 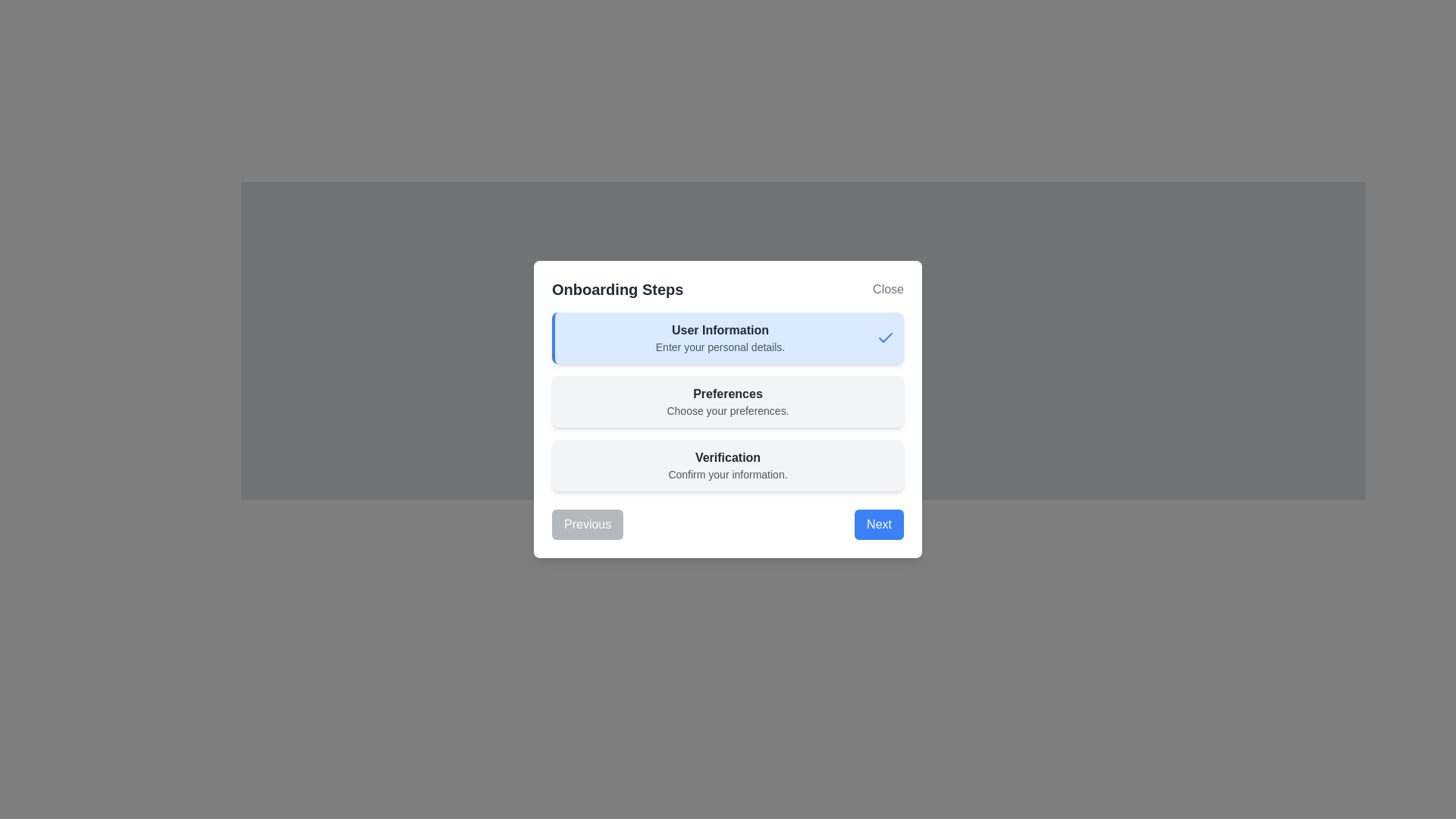 I want to click on the second card in the vertical stack of three cards, which is used for reviewing or modifying preferences in the application, so click(x=728, y=400).